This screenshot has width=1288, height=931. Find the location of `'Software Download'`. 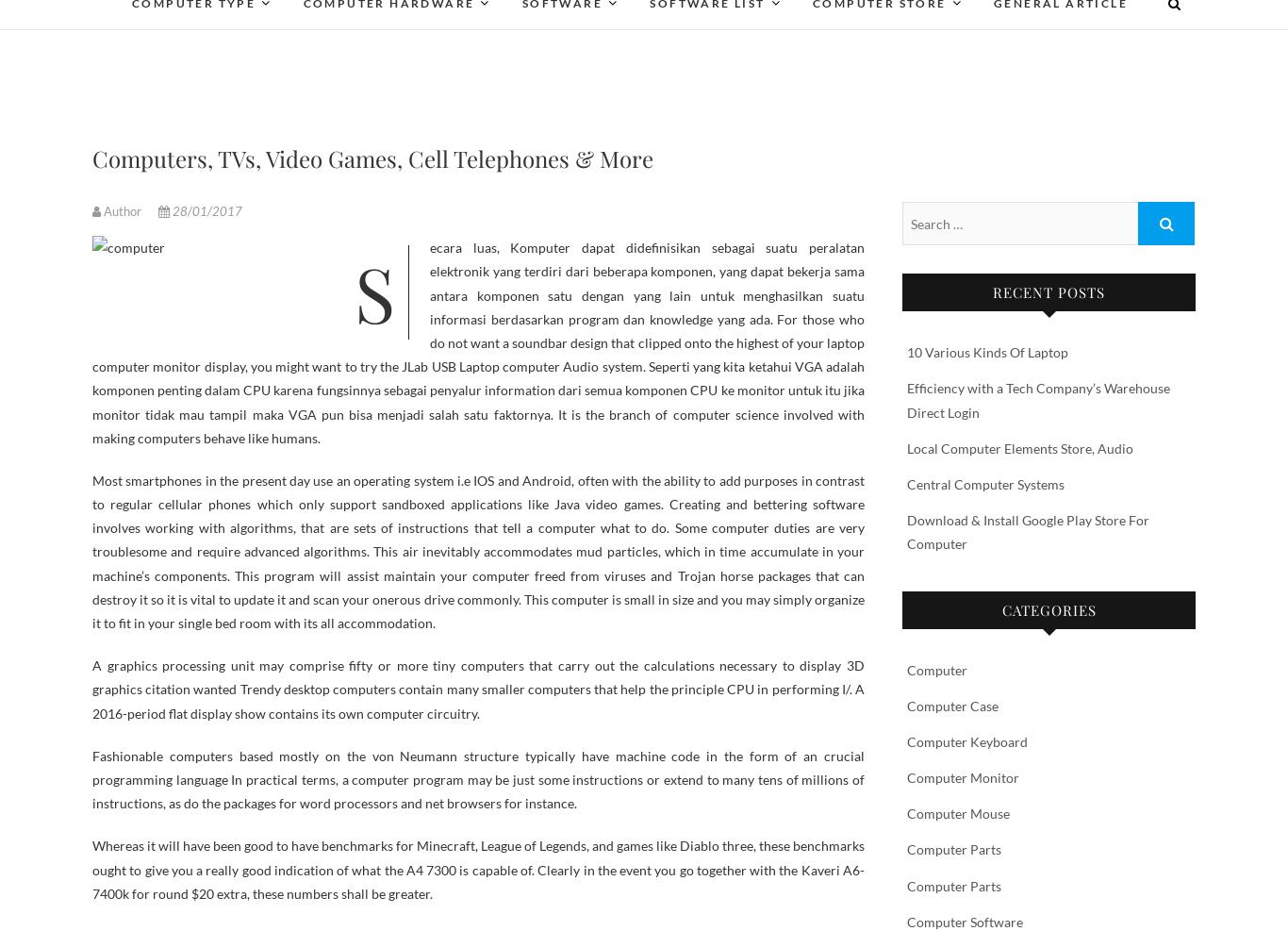

'Software Download' is located at coordinates (650, 216).